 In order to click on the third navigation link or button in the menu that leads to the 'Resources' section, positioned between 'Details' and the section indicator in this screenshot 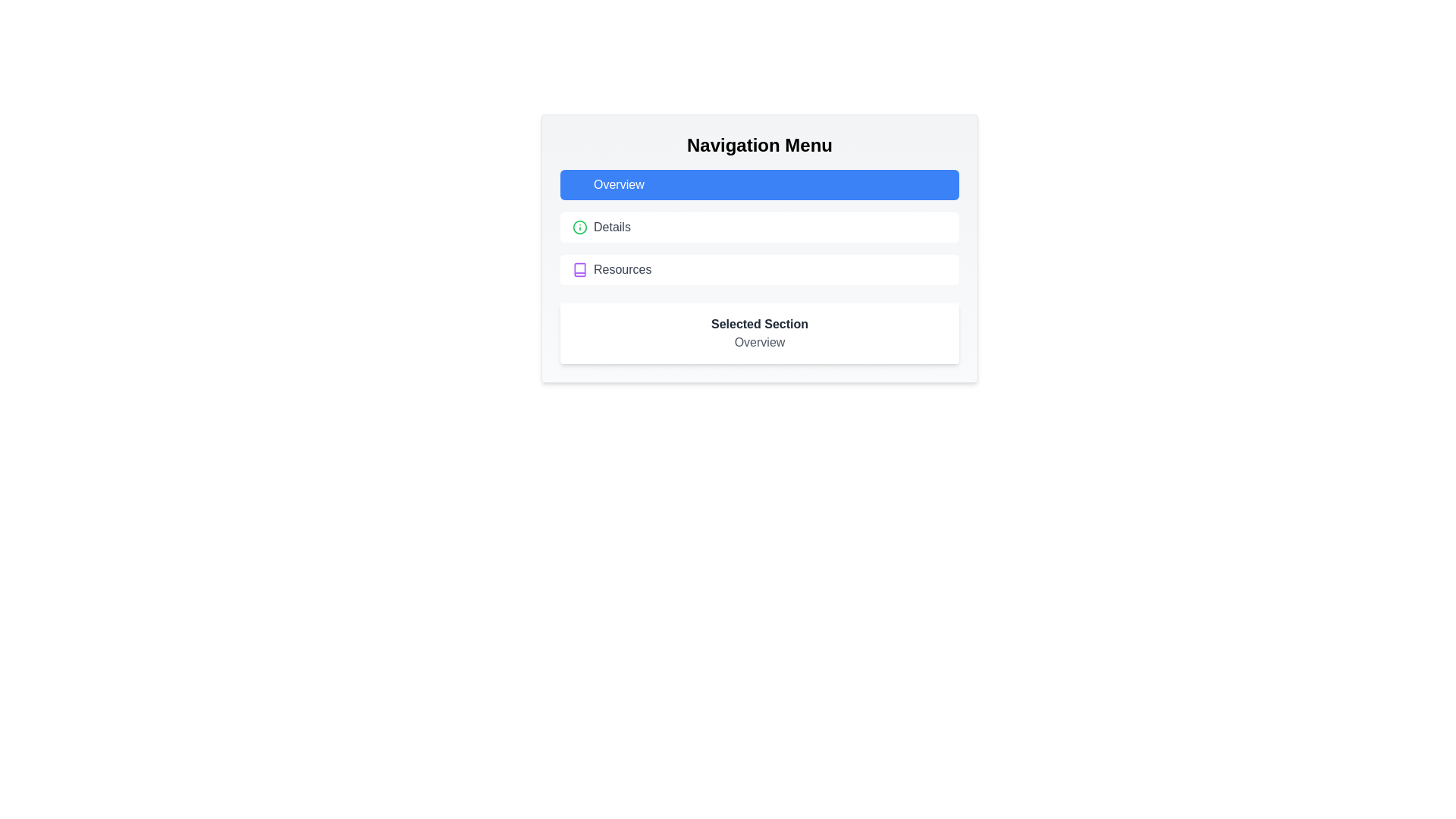, I will do `click(760, 268)`.